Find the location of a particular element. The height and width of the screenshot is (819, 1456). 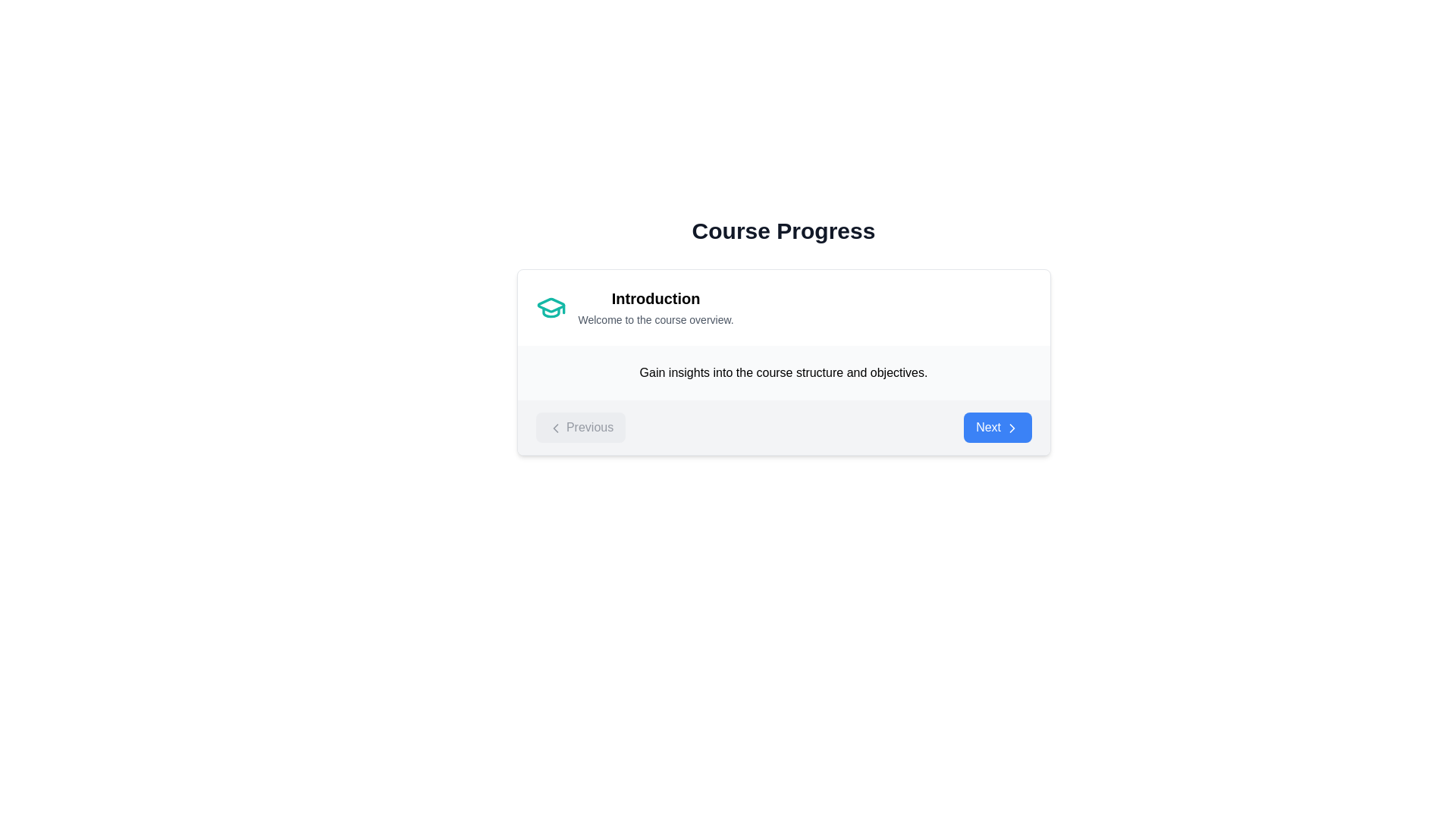

the left-pointing chevron icon within the 'Previous' button located in the bottom left corner of the active content box is located at coordinates (554, 428).